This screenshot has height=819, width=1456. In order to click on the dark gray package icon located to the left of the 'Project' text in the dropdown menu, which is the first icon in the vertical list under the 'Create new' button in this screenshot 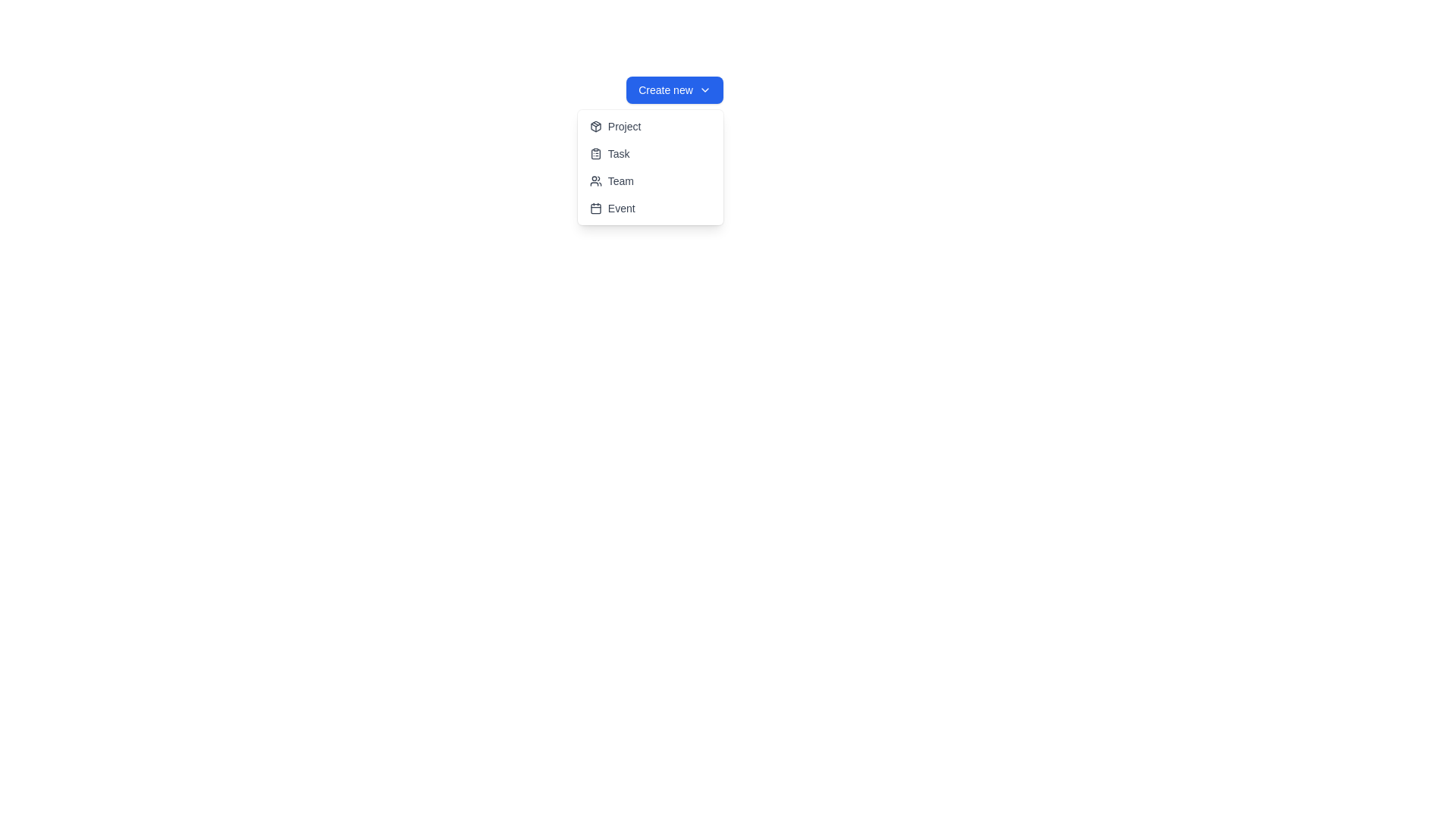, I will do `click(595, 125)`.